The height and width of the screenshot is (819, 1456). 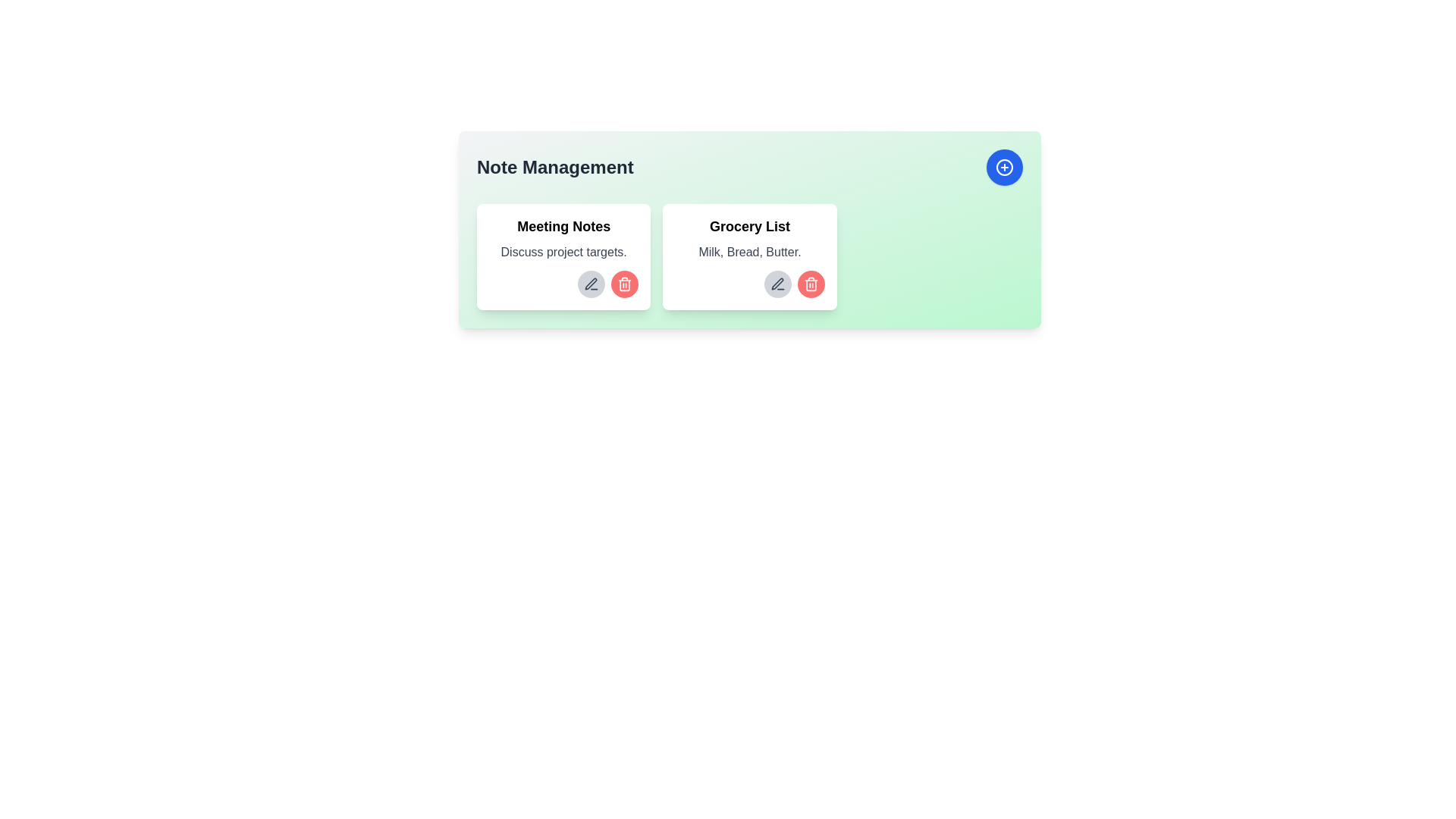 What do you see at coordinates (563, 251) in the screenshot?
I see `the static text element stating 'Discuss project targets.' which is centrally aligned within the card interface below the title 'Meeting Notes.'` at bounding box center [563, 251].